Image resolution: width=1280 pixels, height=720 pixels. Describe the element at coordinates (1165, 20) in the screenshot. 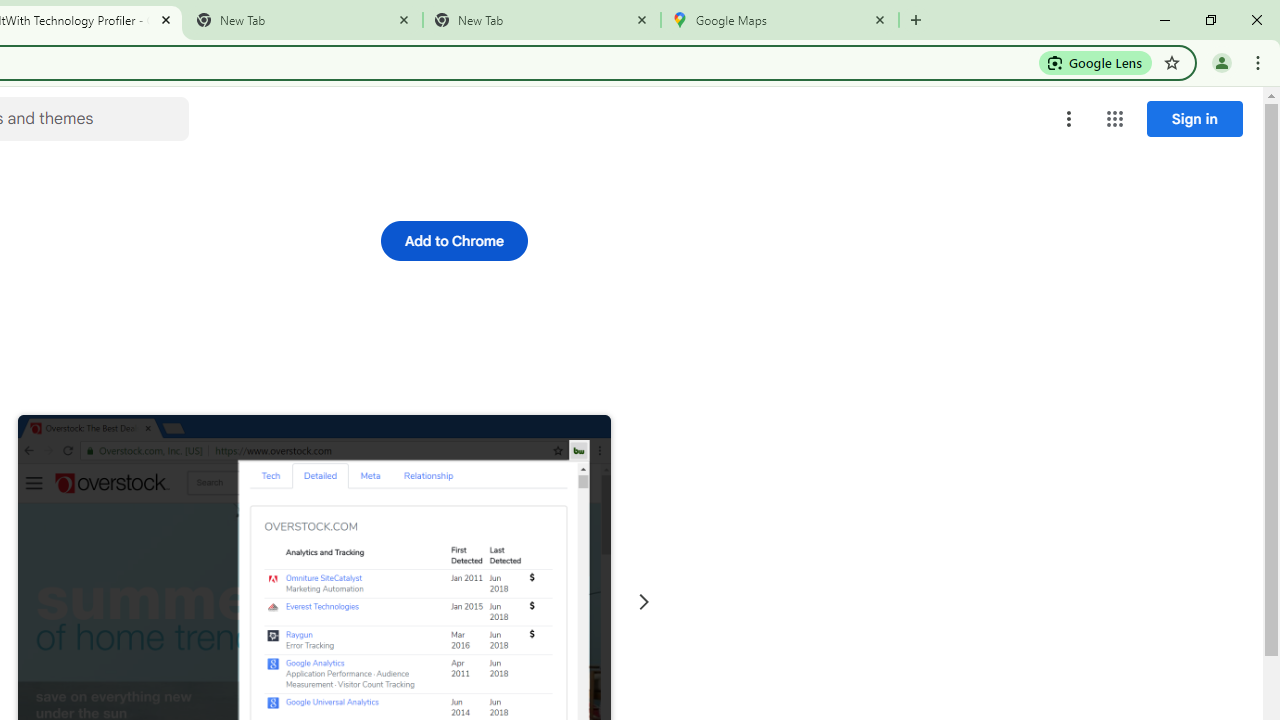

I see `'Minimize'` at that location.